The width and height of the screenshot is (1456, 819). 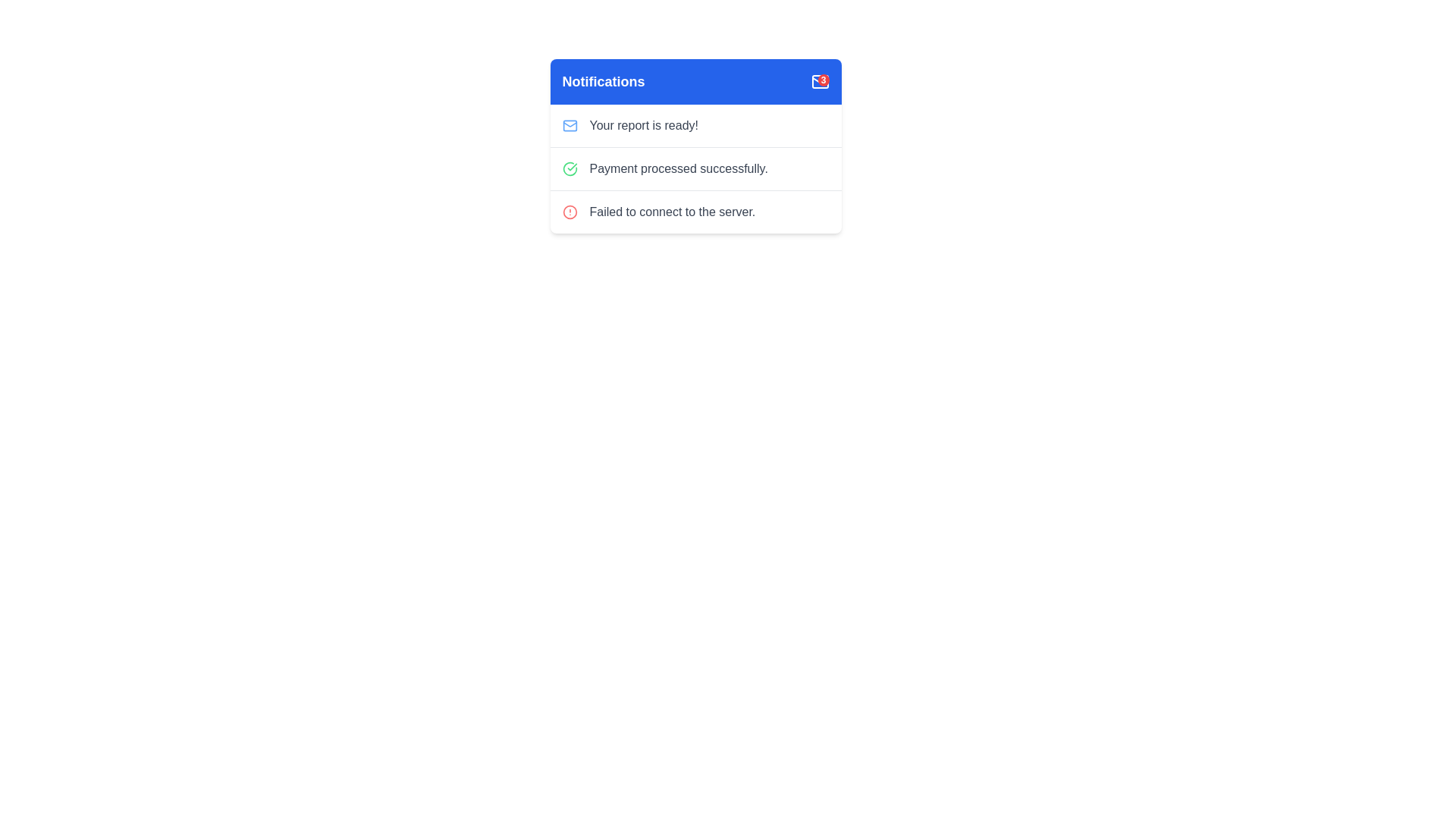 What do you see at coordinates (569, 212) in the screenshot?
I see `the central circle of the alert icon indicating an error state for the 'Failed to connect to the server' message` at bounding box center [569, 212].